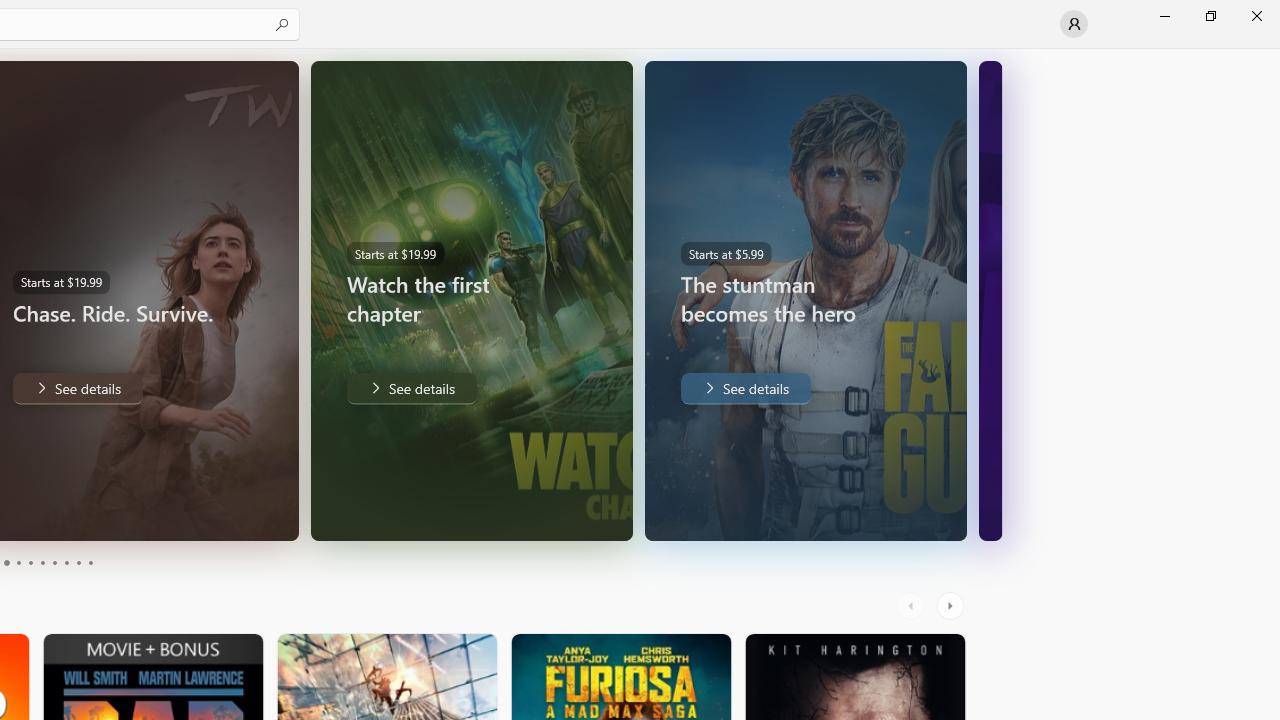 This screenshot has width=1280, height=720. What do you see at coordinates (951, 605) in the screenshot?
I see `'AutomationID: RightScrollButton'` at bounding box center [951, 605].